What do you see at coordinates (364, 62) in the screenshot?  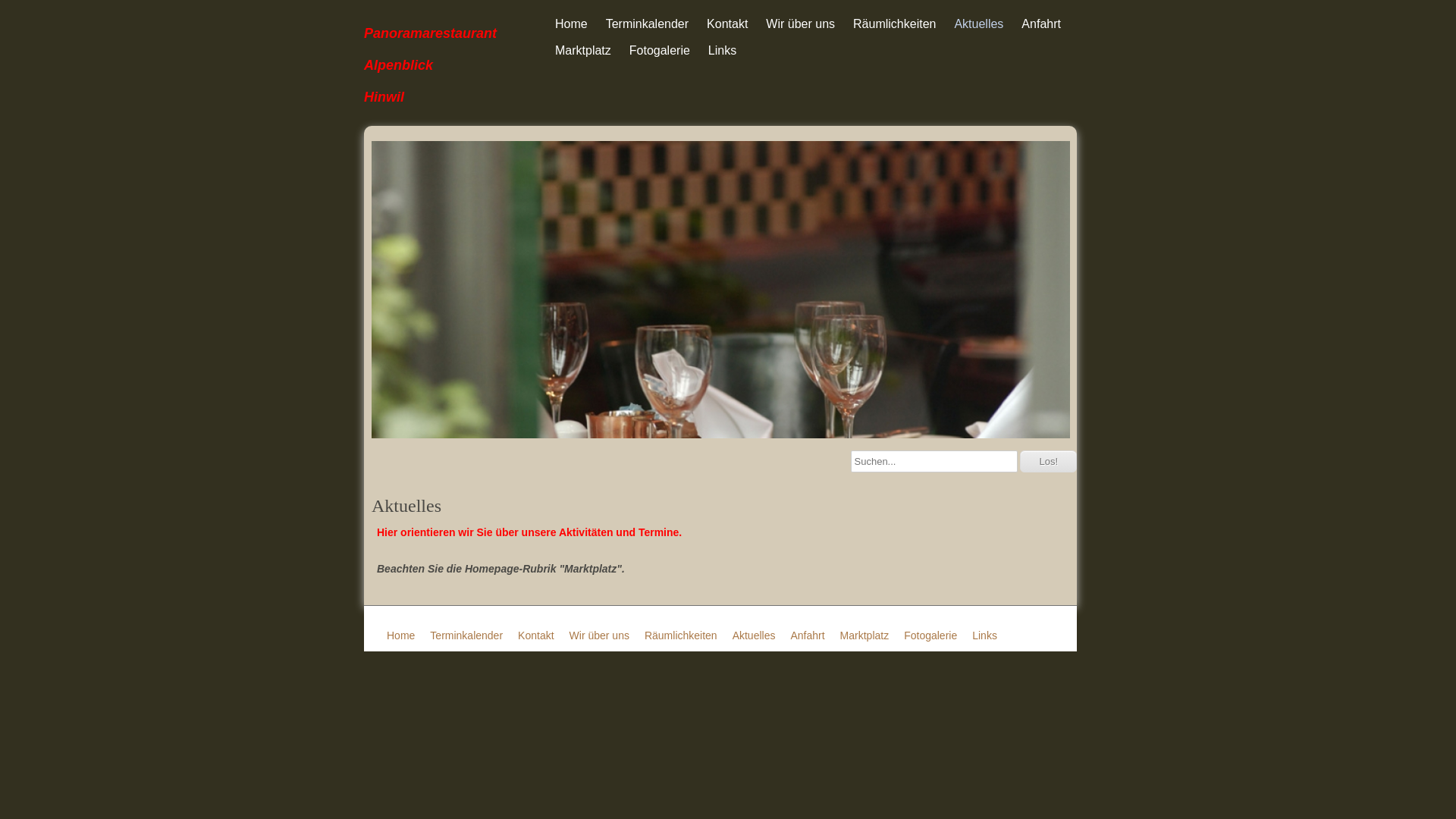 I see `'Panoramarestaurant Alpenblick` at bounding box center [364, 62].